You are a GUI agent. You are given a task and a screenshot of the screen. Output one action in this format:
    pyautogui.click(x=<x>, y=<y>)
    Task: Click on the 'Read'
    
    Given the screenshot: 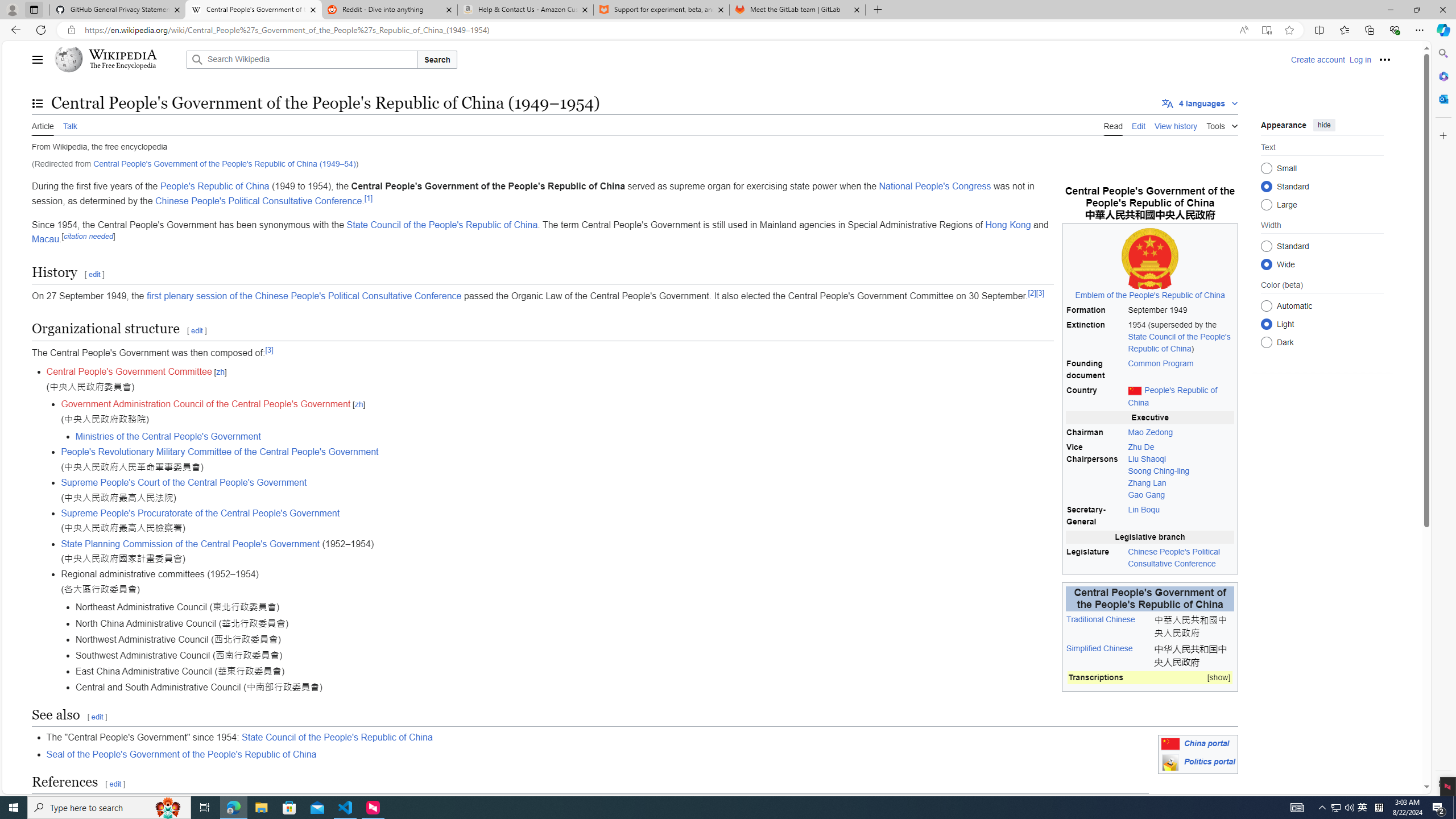 What is the action you would take?
    pyautogui.click(x=1112, y=124)
    